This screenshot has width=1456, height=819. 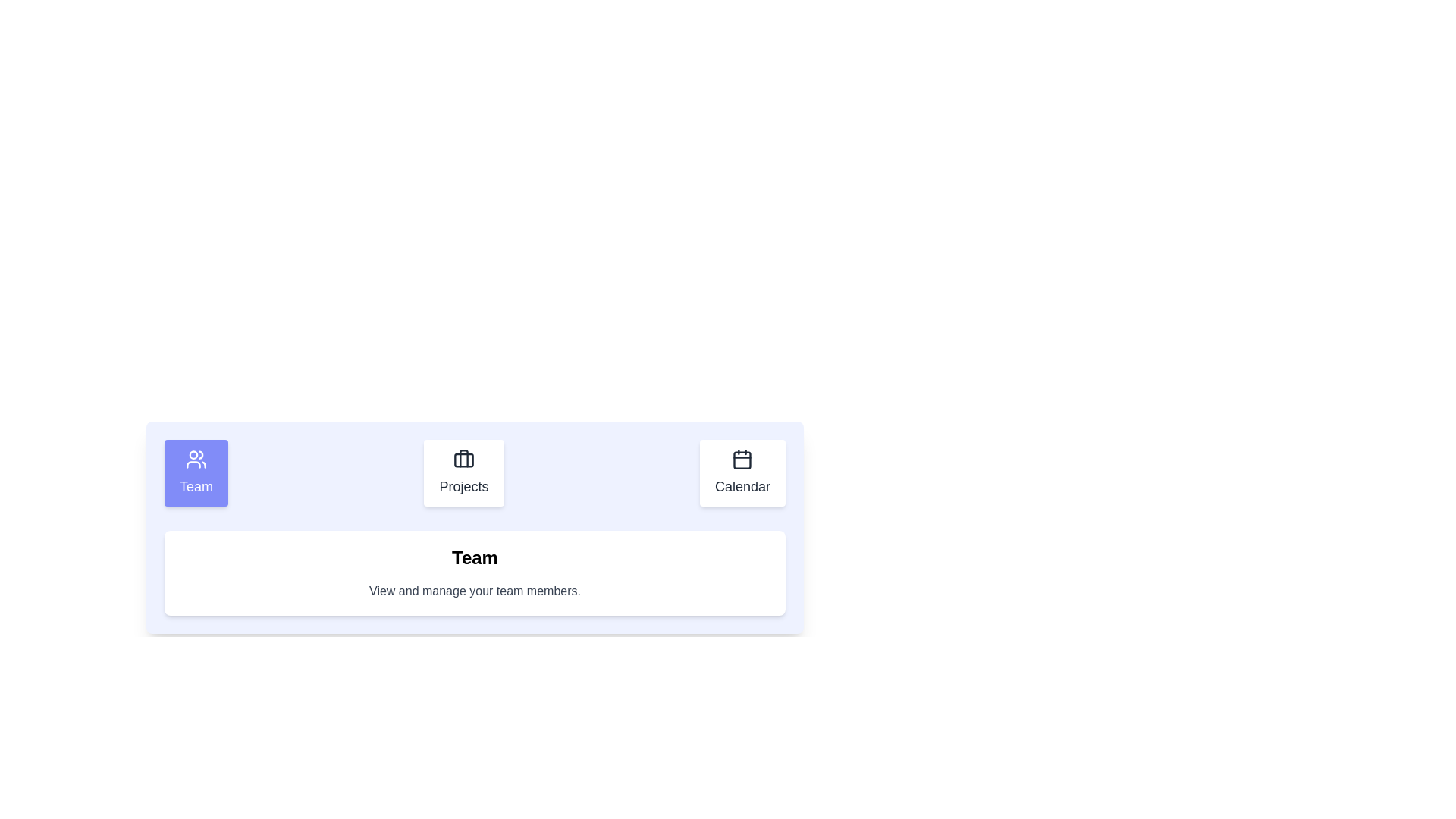 I want to click on the Projects tab to observe its hover effect, so click(x=462, y=472).